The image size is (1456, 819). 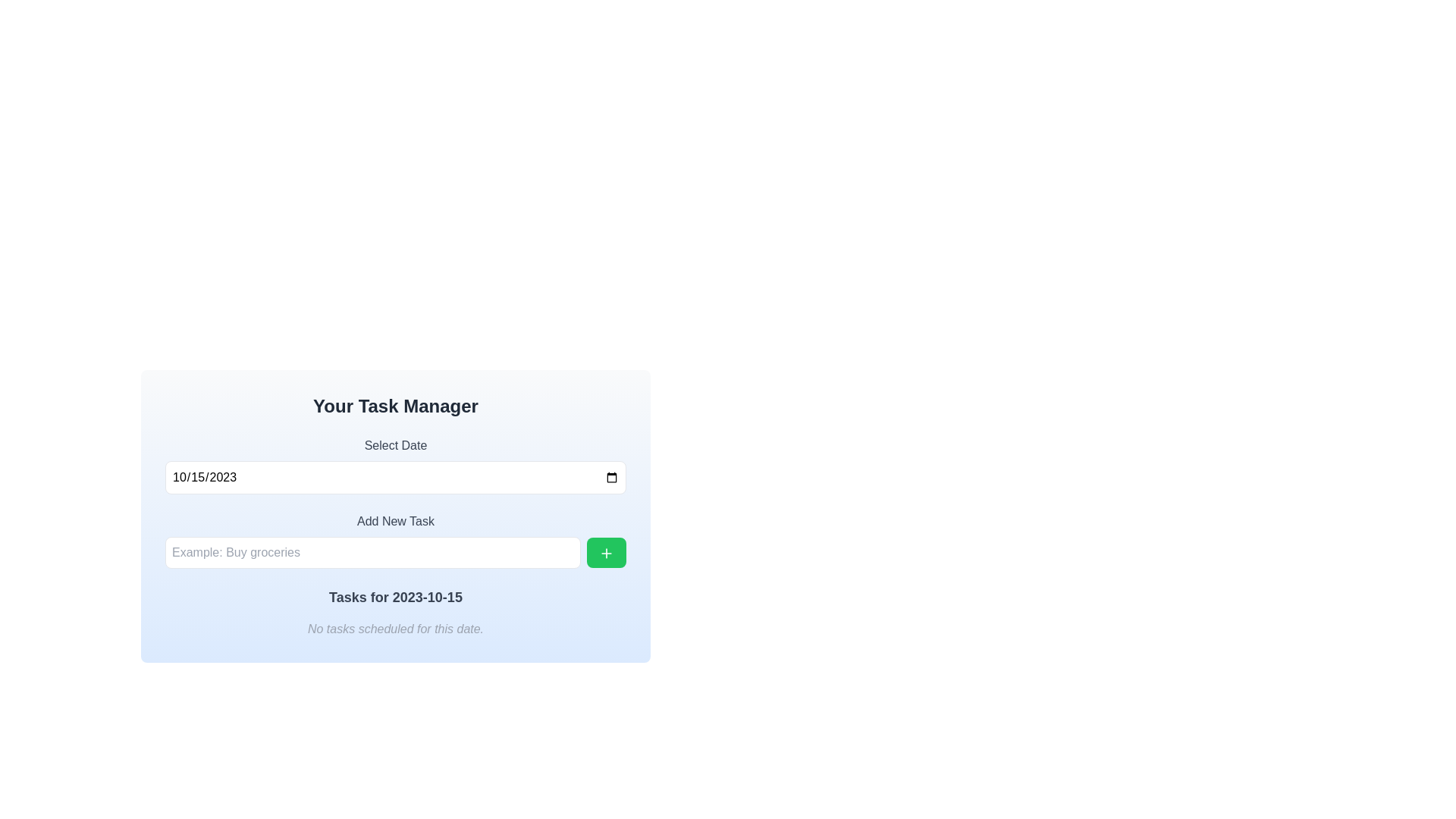 I want to click on the static text message indicating that there are no tasks scheduled for the specified date, located below the header 'Tasks for 2023-10-15', so click(x=396, y=629).